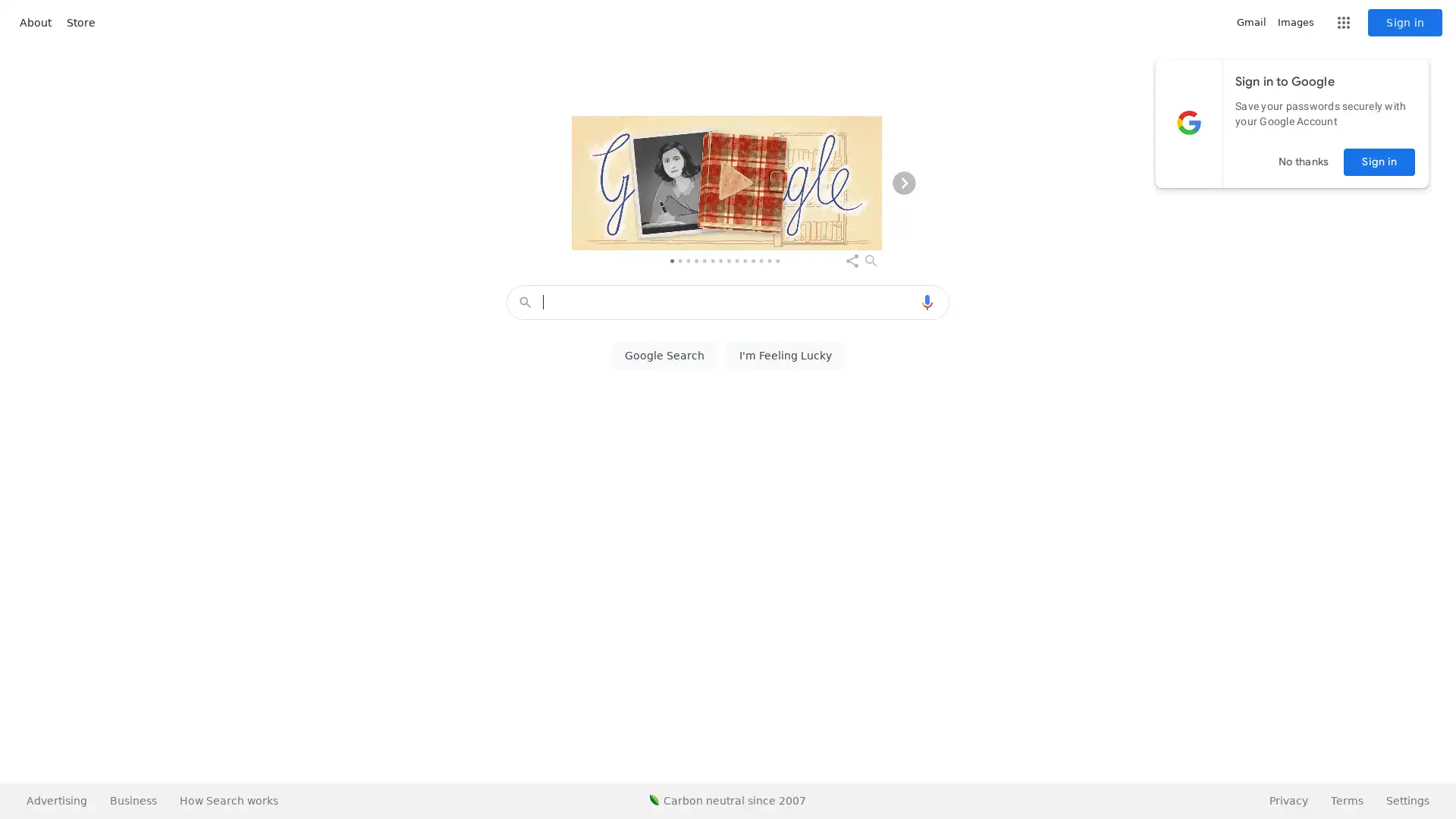 The width and height of the screenshot is (1456, 819). What do you see at coordinates (1343, 23) in the screenshot?
I see `Google apps` at bounding box center [1343, 23].